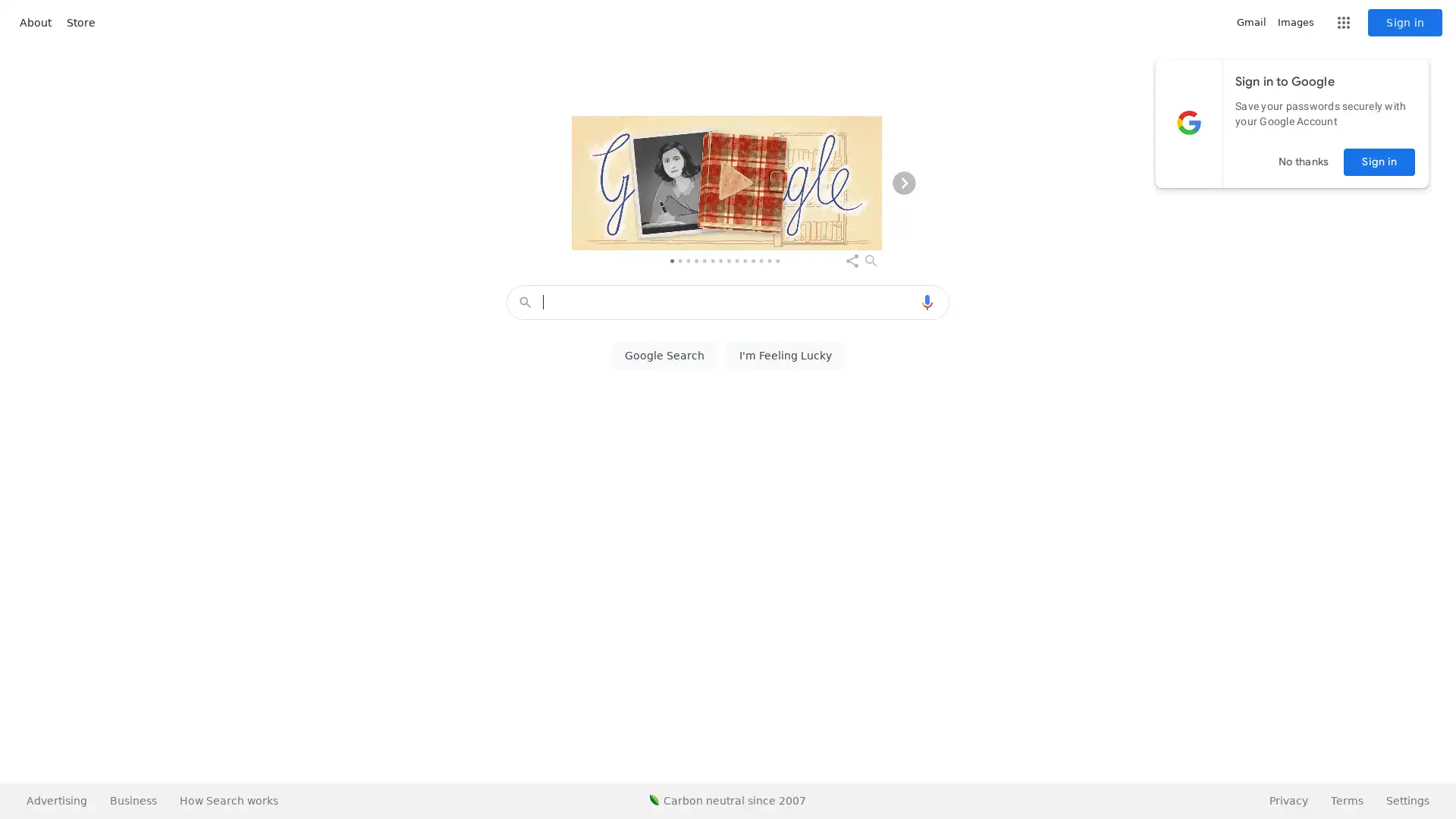 The width and height of the screenshot is (1456, 819). What do you see at coordinates (1343, 23) in the screenshot?
I see `Google apps` at bounding box center [1343, 23].